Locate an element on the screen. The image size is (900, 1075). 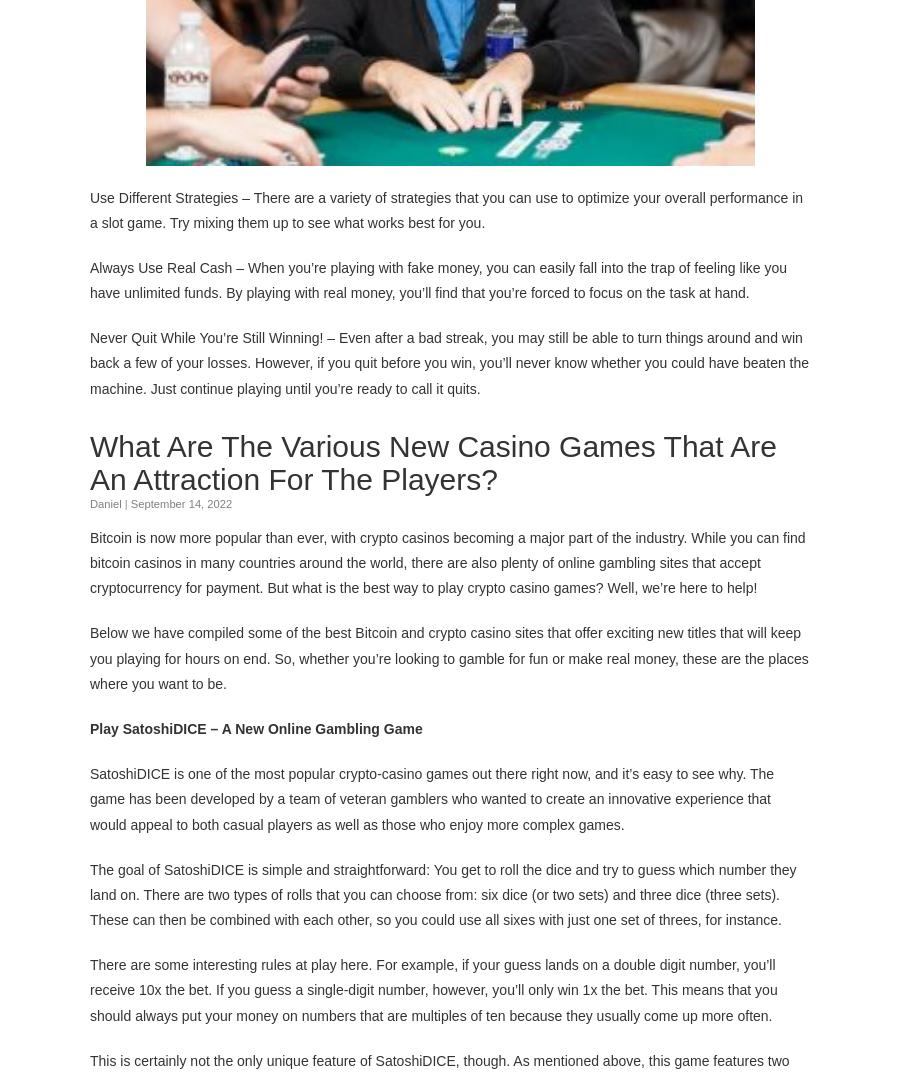
'Play SatoshiDICE – A New Online Gambling Game' is located at coordinates (89, 726).